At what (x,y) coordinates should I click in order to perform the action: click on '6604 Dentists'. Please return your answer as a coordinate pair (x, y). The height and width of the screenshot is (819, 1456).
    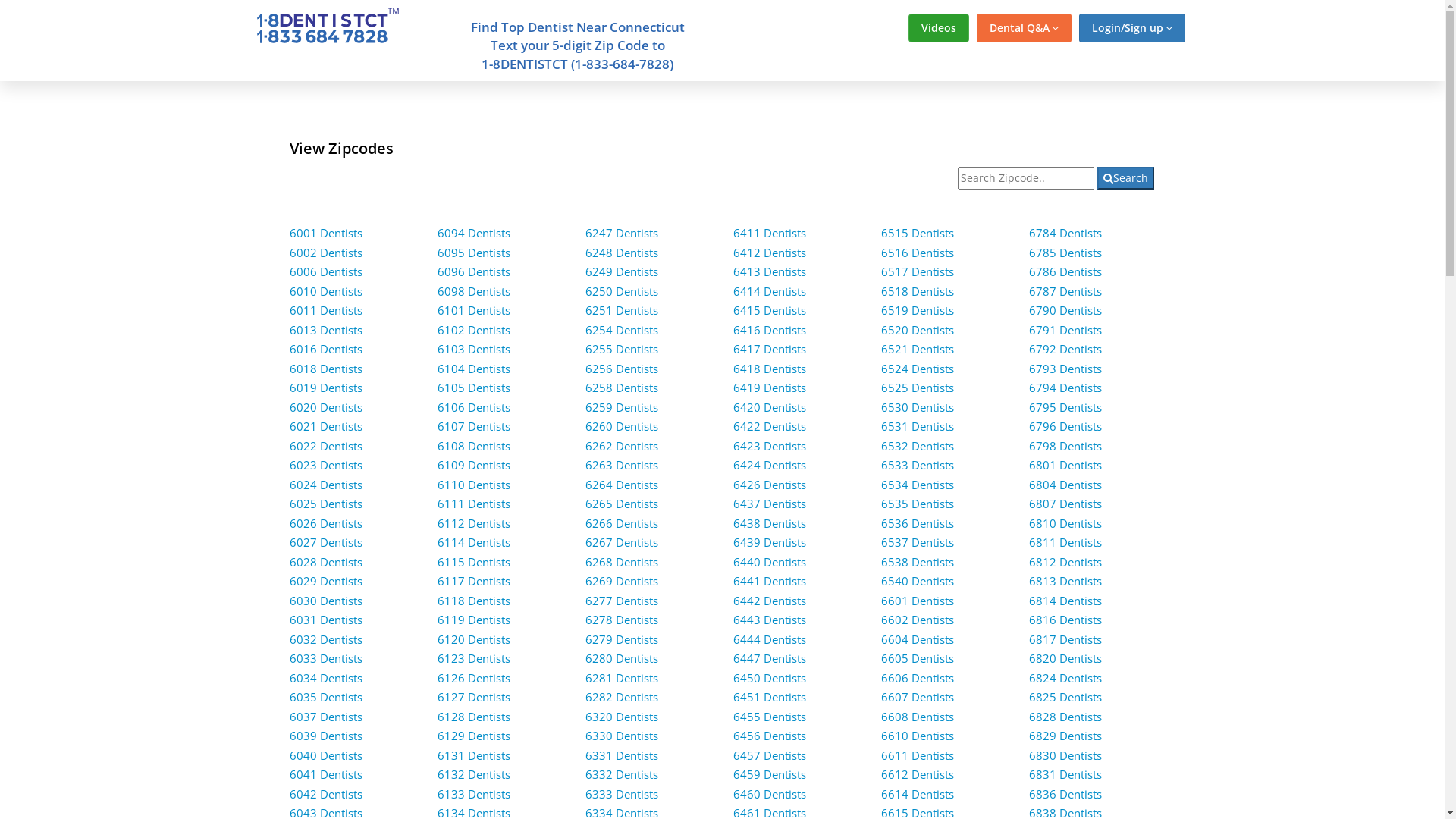
    Looking at the image, I should click on (916, 639).